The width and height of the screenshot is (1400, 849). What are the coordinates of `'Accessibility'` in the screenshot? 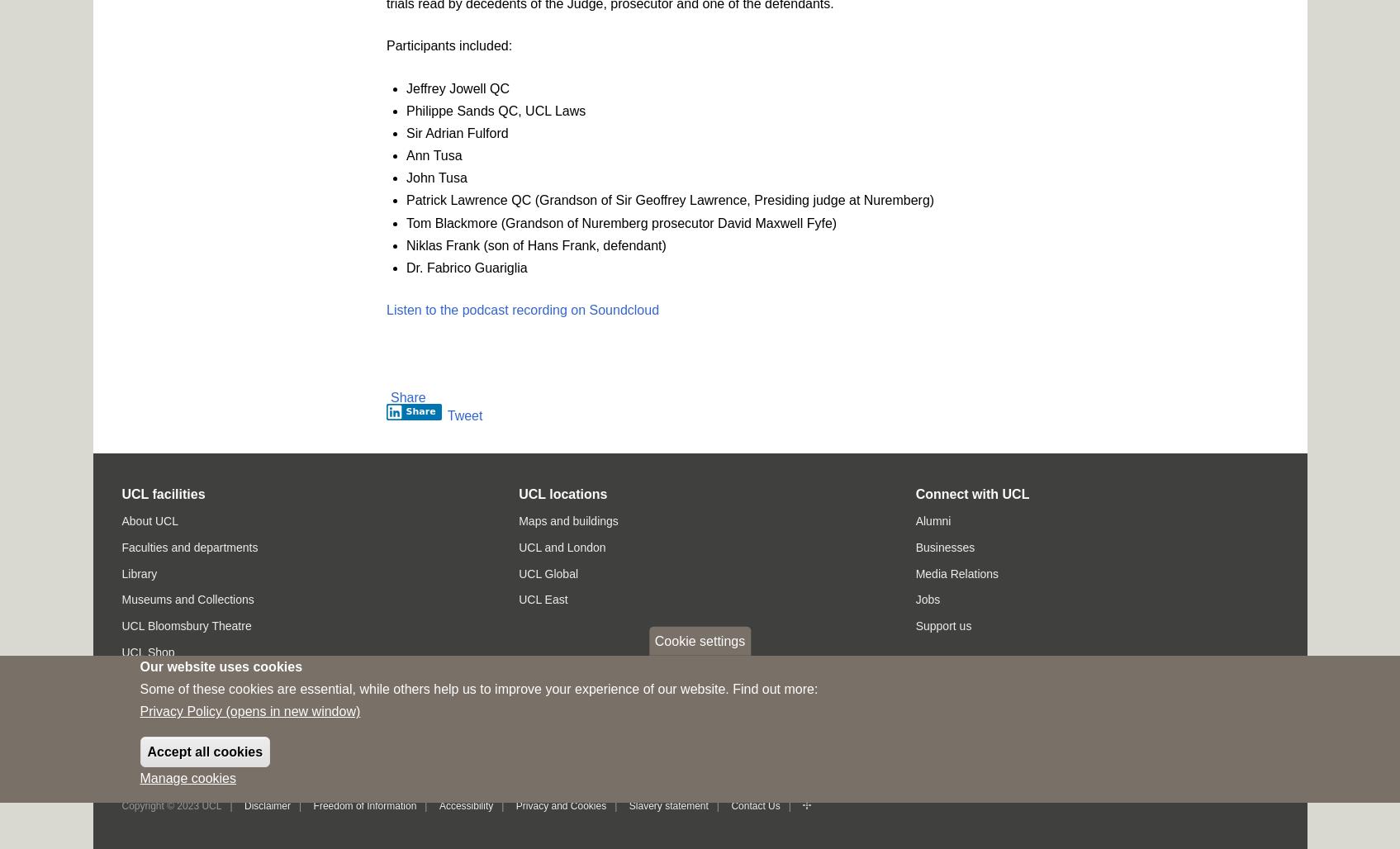 It's located at (465, 804).